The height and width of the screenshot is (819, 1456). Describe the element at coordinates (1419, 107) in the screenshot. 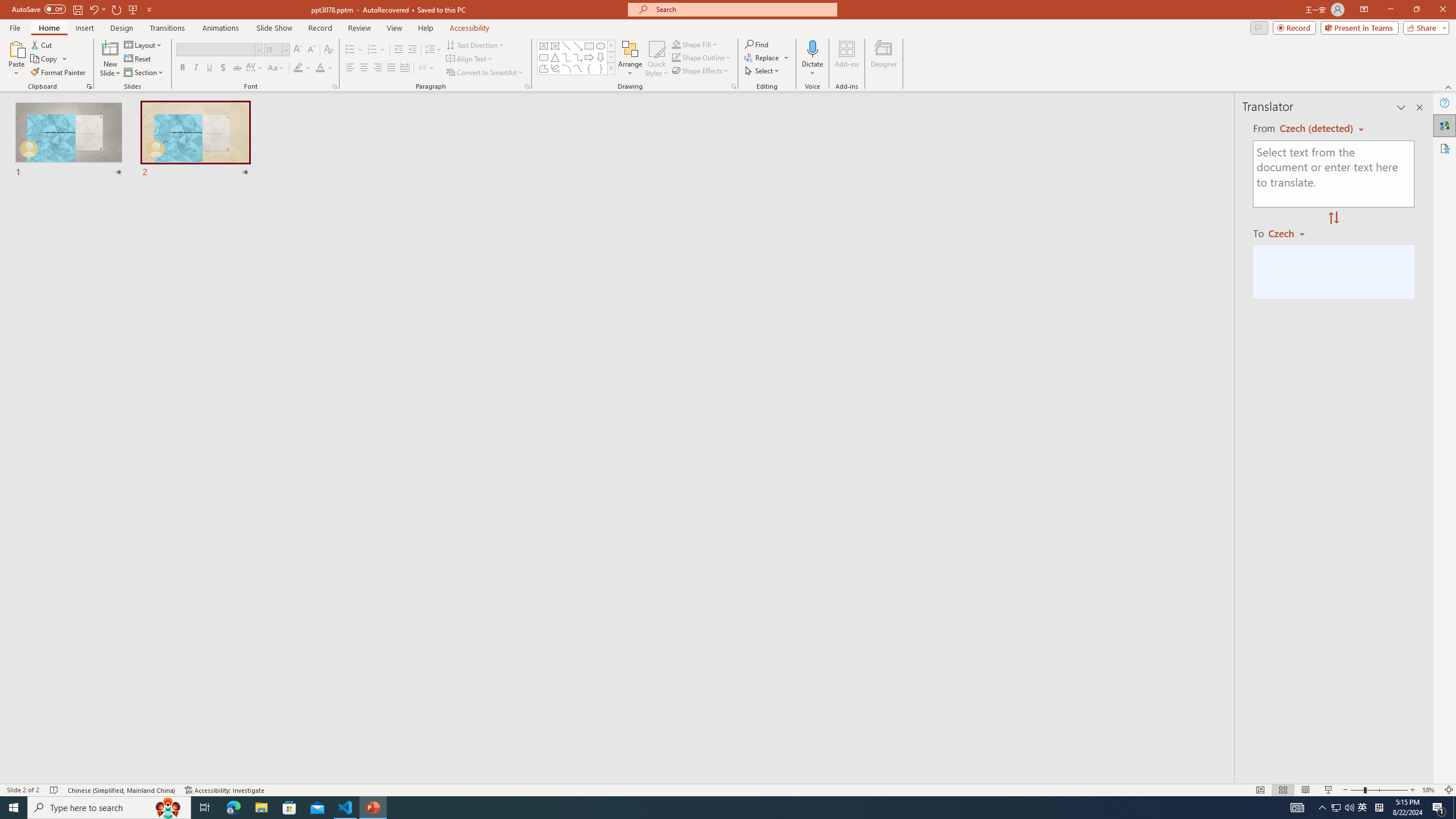

I see `'Close pane'` at that location.